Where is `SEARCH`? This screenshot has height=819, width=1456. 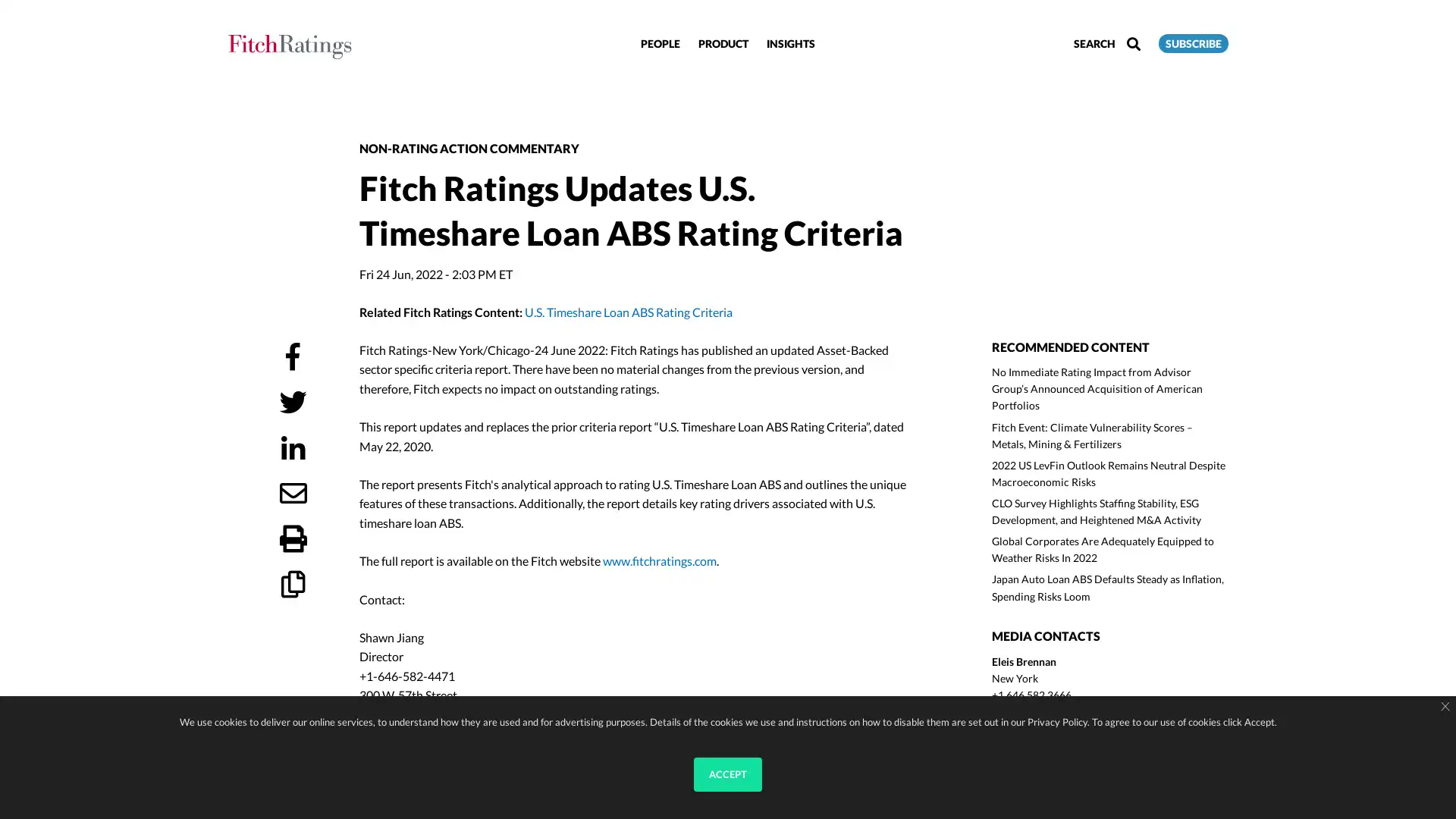
SEARCH is located at coordinates (1106, 42).